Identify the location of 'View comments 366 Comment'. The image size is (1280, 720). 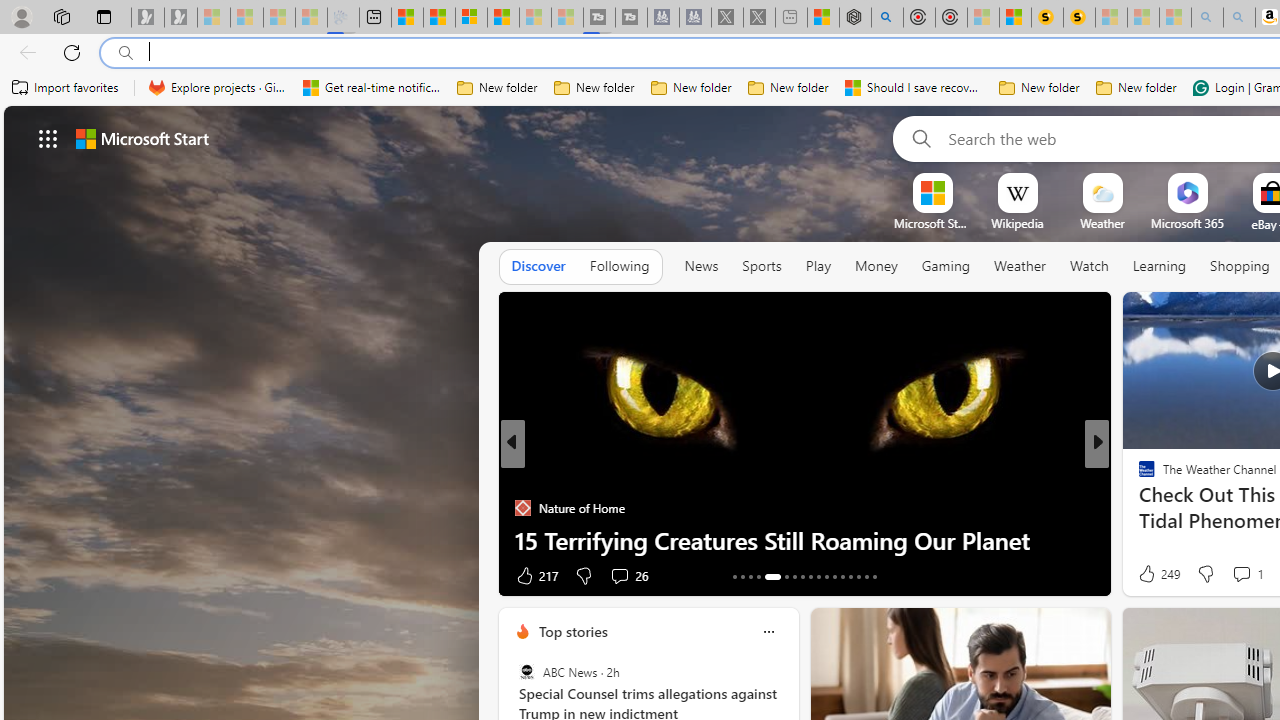
(1234, 575).